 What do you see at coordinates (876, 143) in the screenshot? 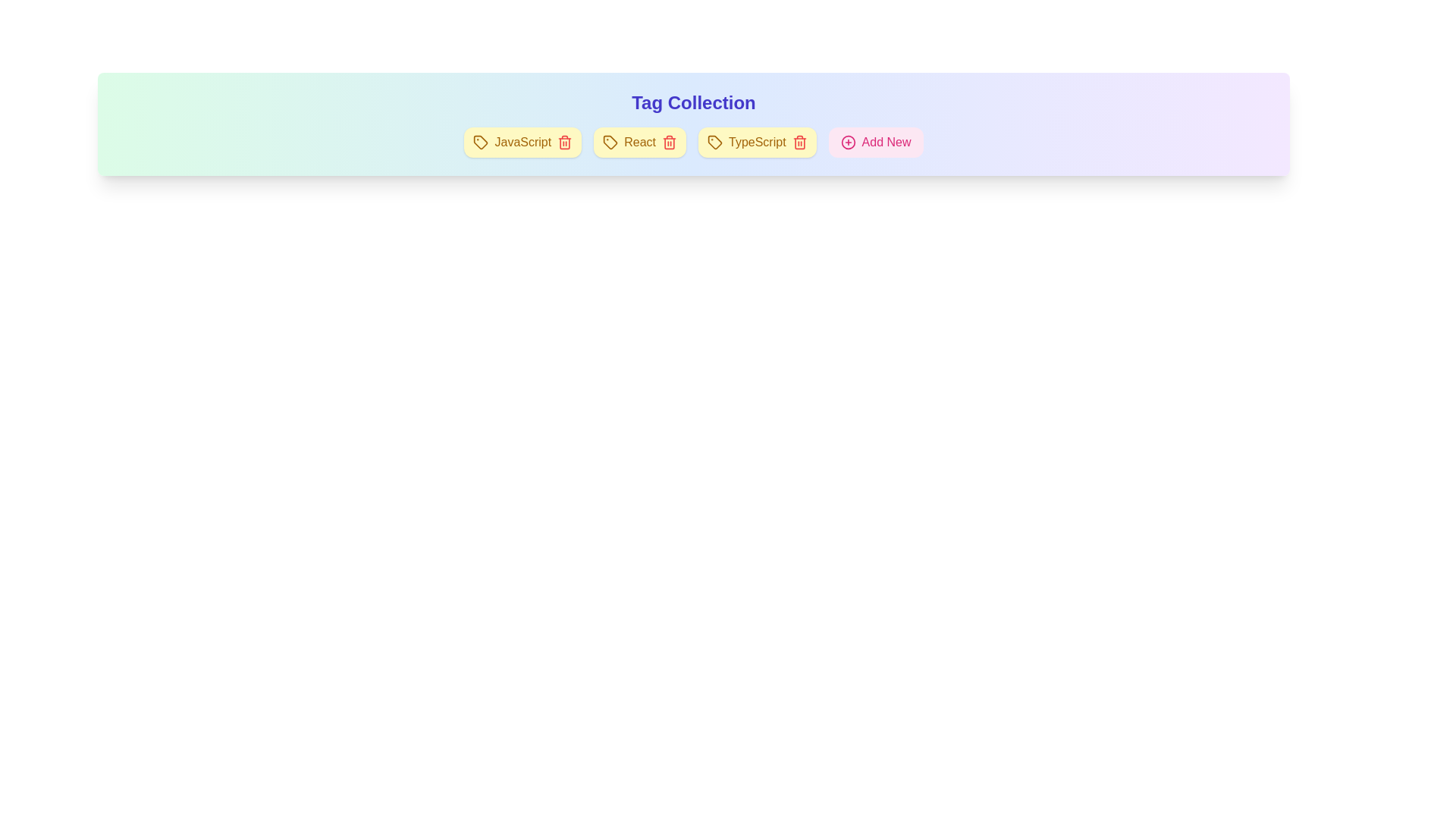
I see `the 'Add New' button, which has a pink background and is located to the right of the 'TypeScript' tag in the Tag Collection section` at bounding box center [876, 143].